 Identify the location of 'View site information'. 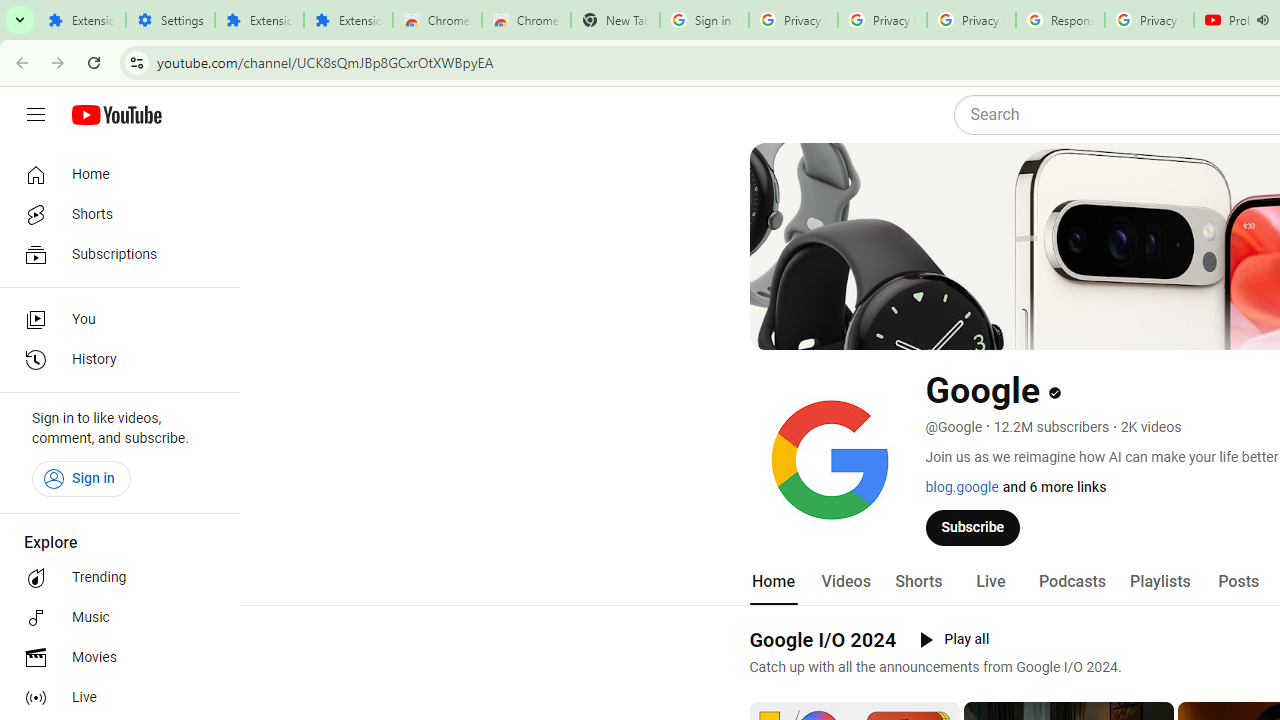
(135, 61).